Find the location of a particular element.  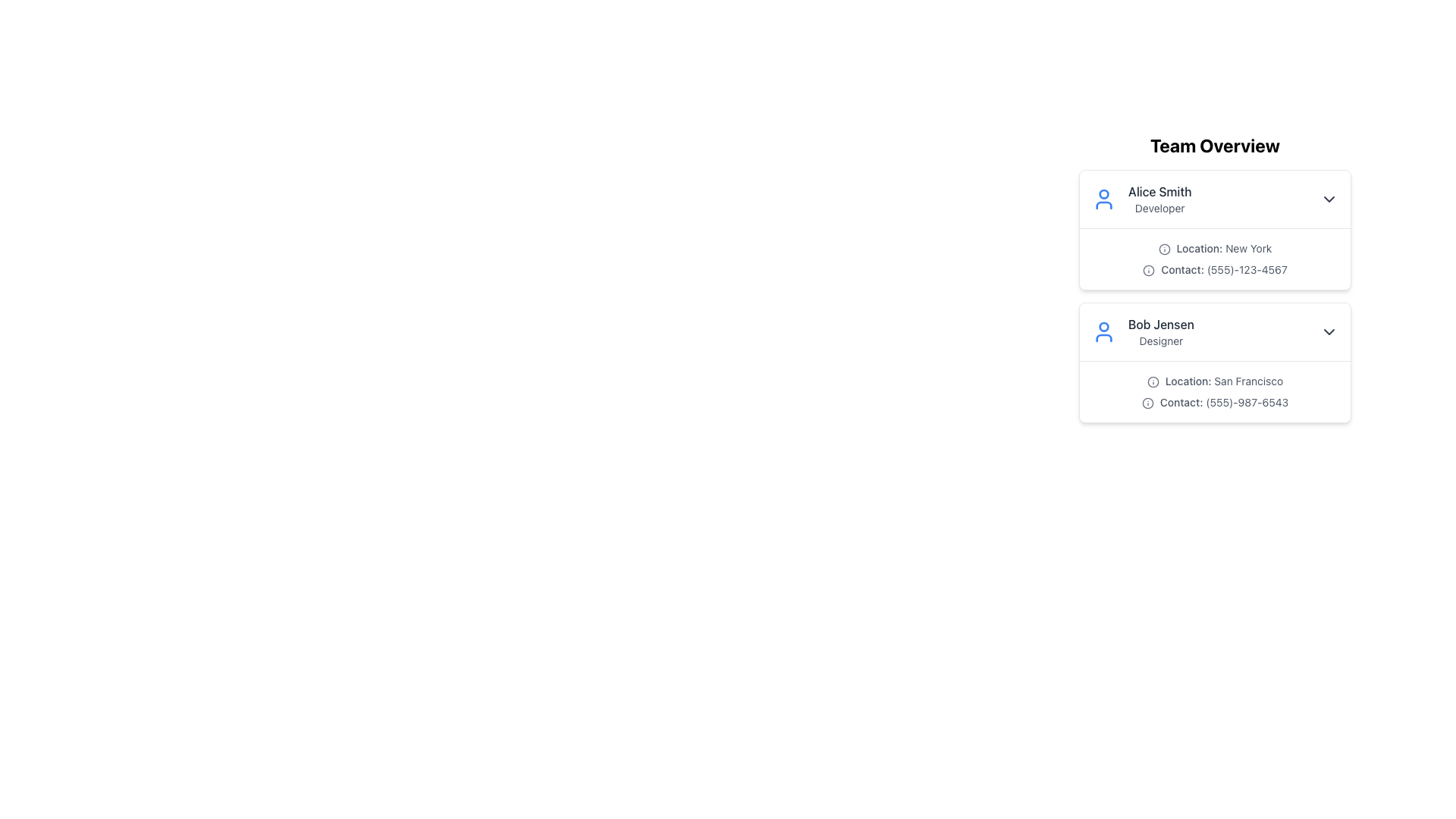

the text label indicating the contact phone number for Bob Jensen in the Team Overview interface is located at coordinates (1181, 401).